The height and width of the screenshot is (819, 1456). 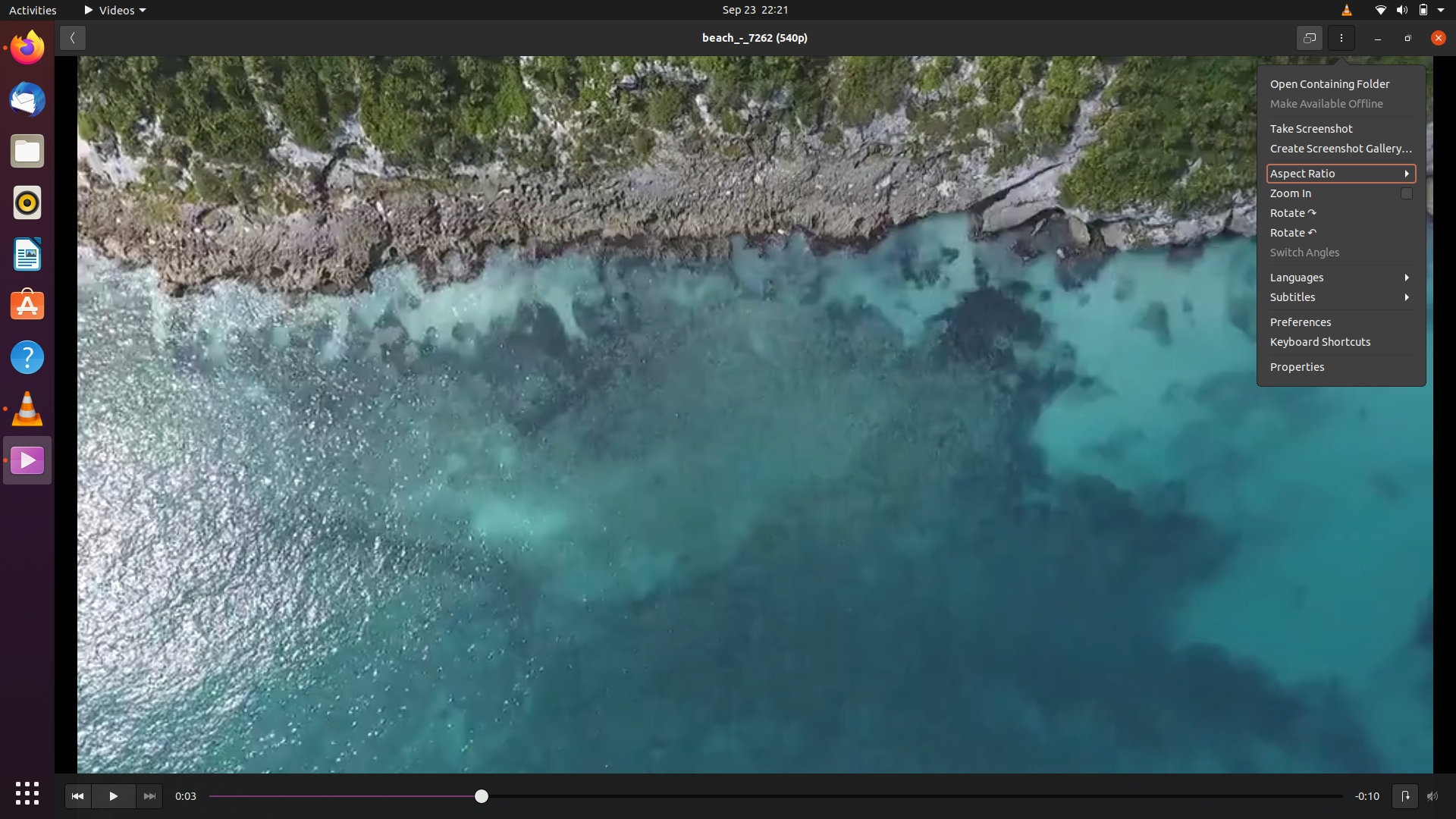 I want to click on the properties of the current video, so click(x=1343, y=368).